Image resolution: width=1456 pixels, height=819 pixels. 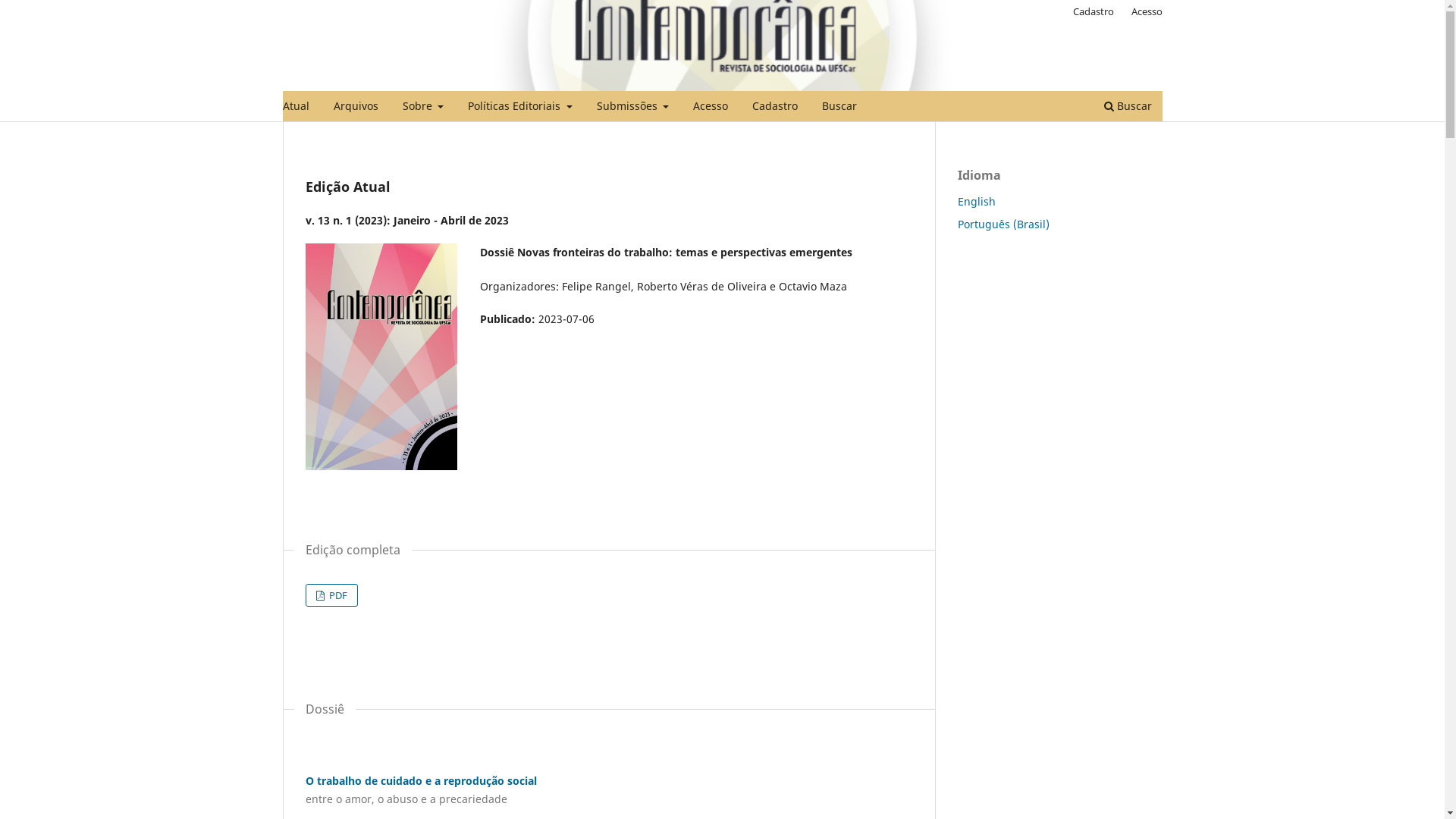 What do you see at coordinates (839, 107) in the screenshot?
I see `'Buscar'` at bounding box center [839, 107].